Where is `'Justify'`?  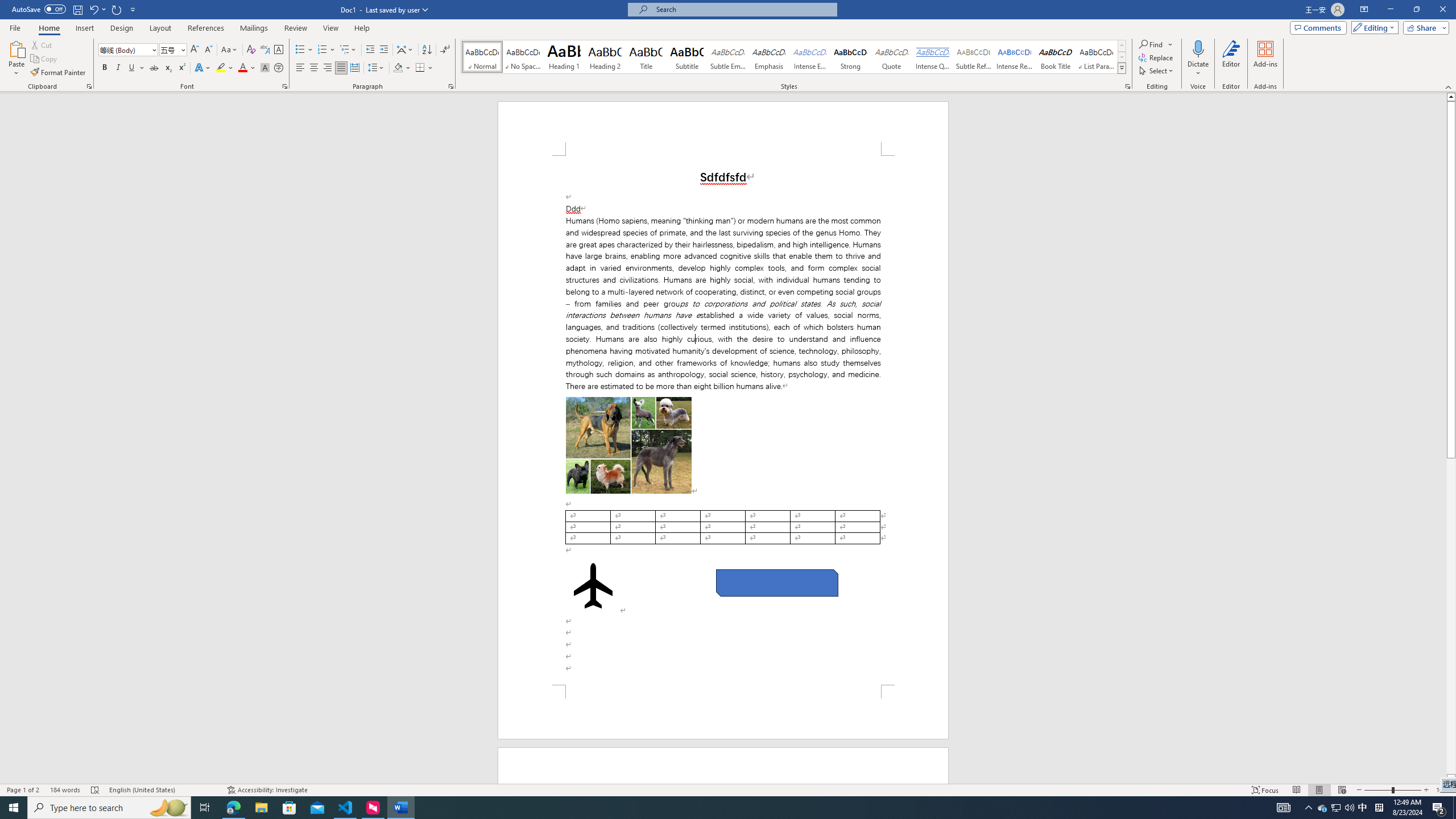 'Justify' is located at coordinates (341, 67).